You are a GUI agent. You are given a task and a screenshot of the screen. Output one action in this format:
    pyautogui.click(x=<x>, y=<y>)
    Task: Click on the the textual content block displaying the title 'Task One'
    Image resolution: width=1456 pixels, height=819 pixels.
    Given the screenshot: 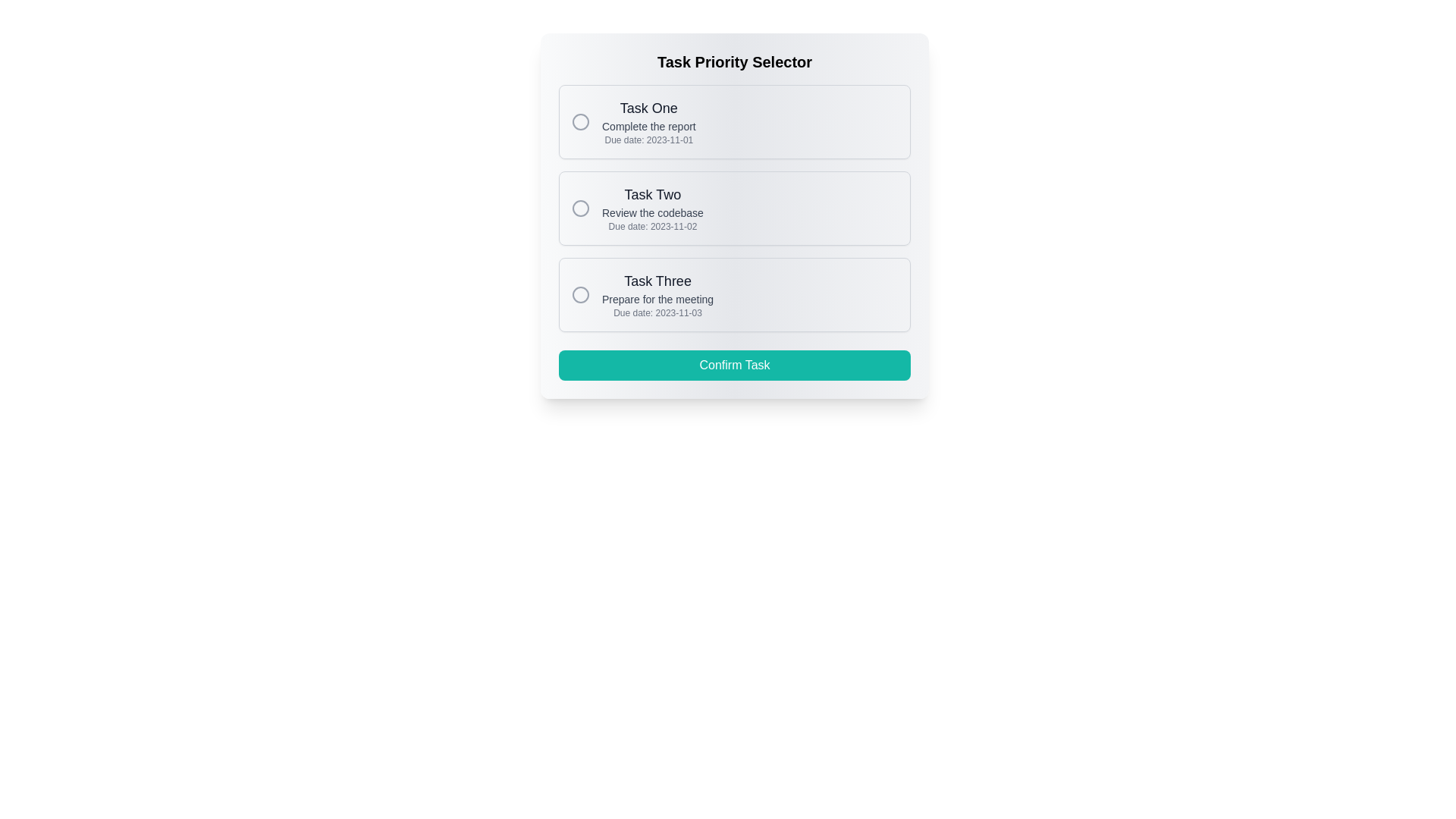 What is the action you would take?
    pyautogui.click(x=648, y=121)
    